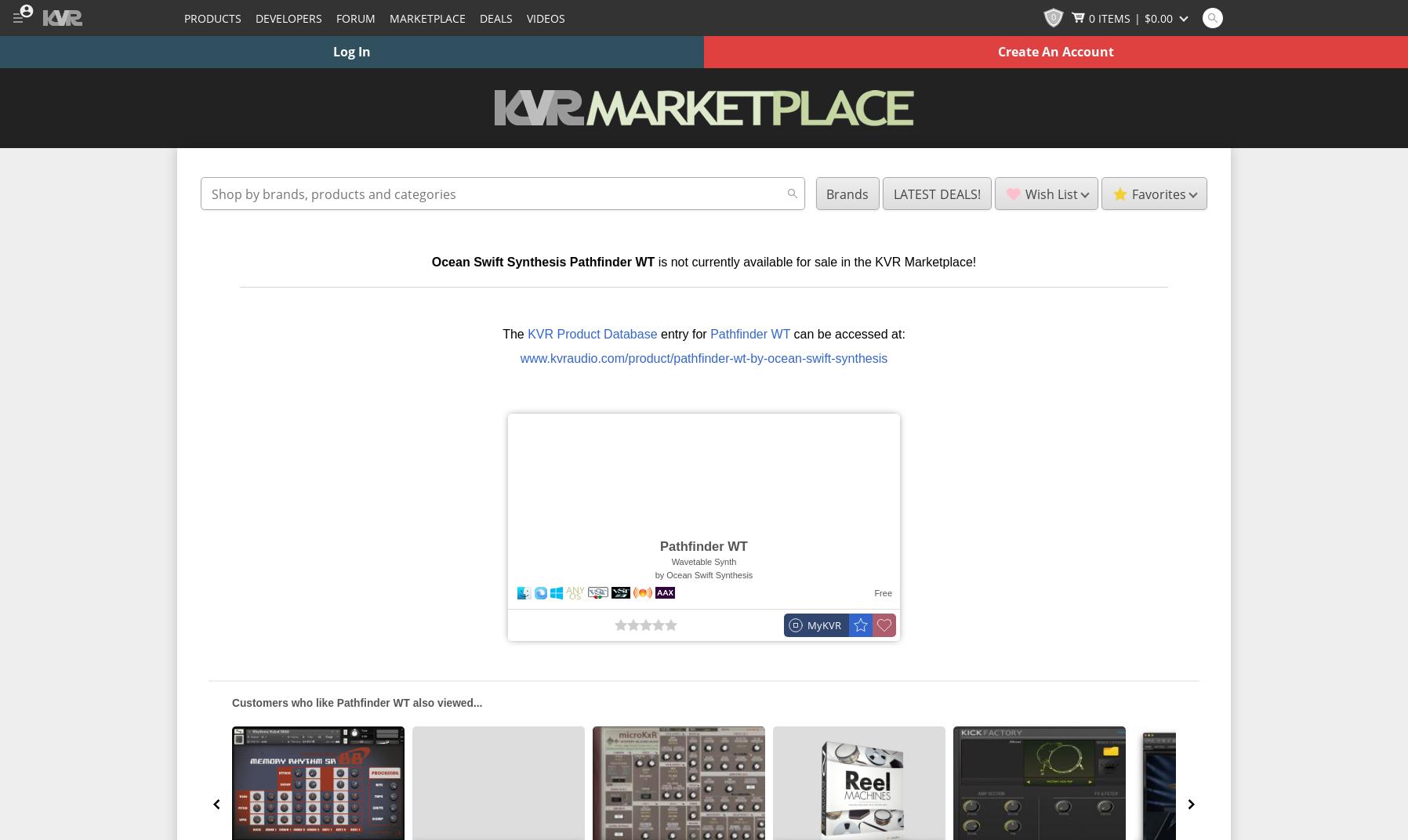 This screenshot has height=840, width=1408. I want to click on 'MyKVR', so click(823, 625).